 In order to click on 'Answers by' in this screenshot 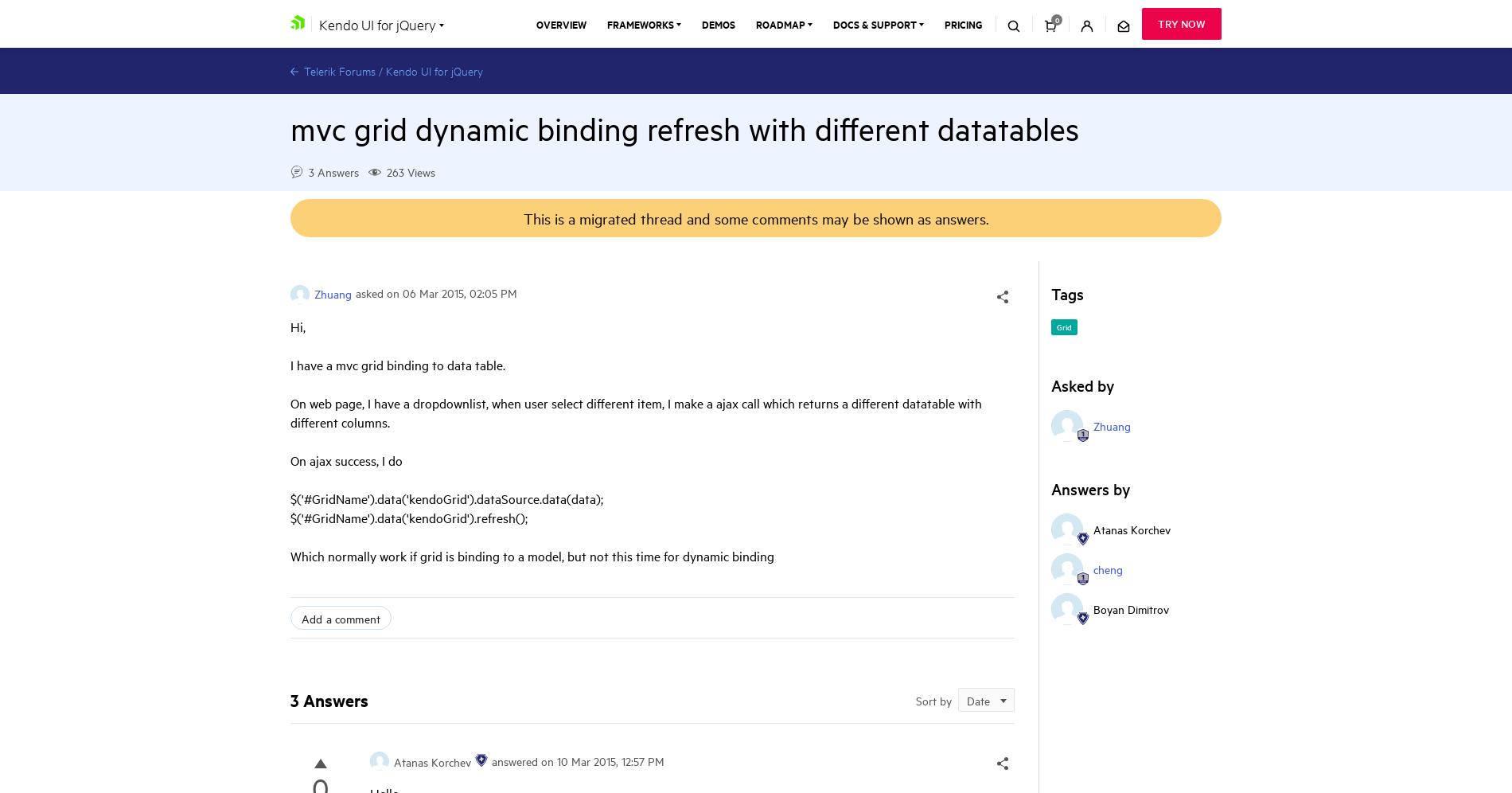, I will do `click(1089, 488)`.